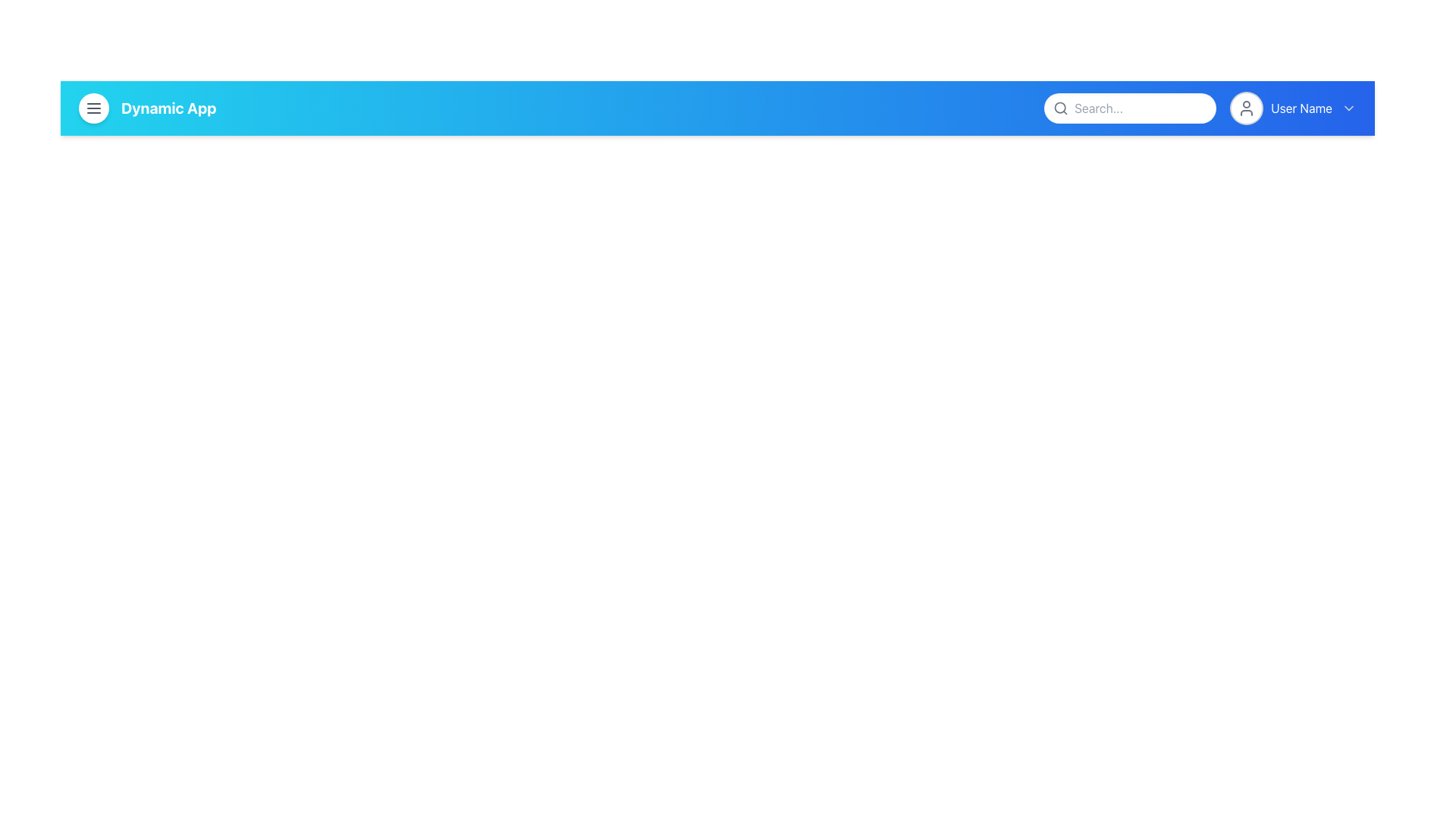 The width and height of the screenshot is (1456, 819). Describe the element at coordinates (1301, 107) in the screenshot. I see `the 'User Name' text label, which is displayed in white font on a blue background, located in the top-right corner of the application header` at that location.